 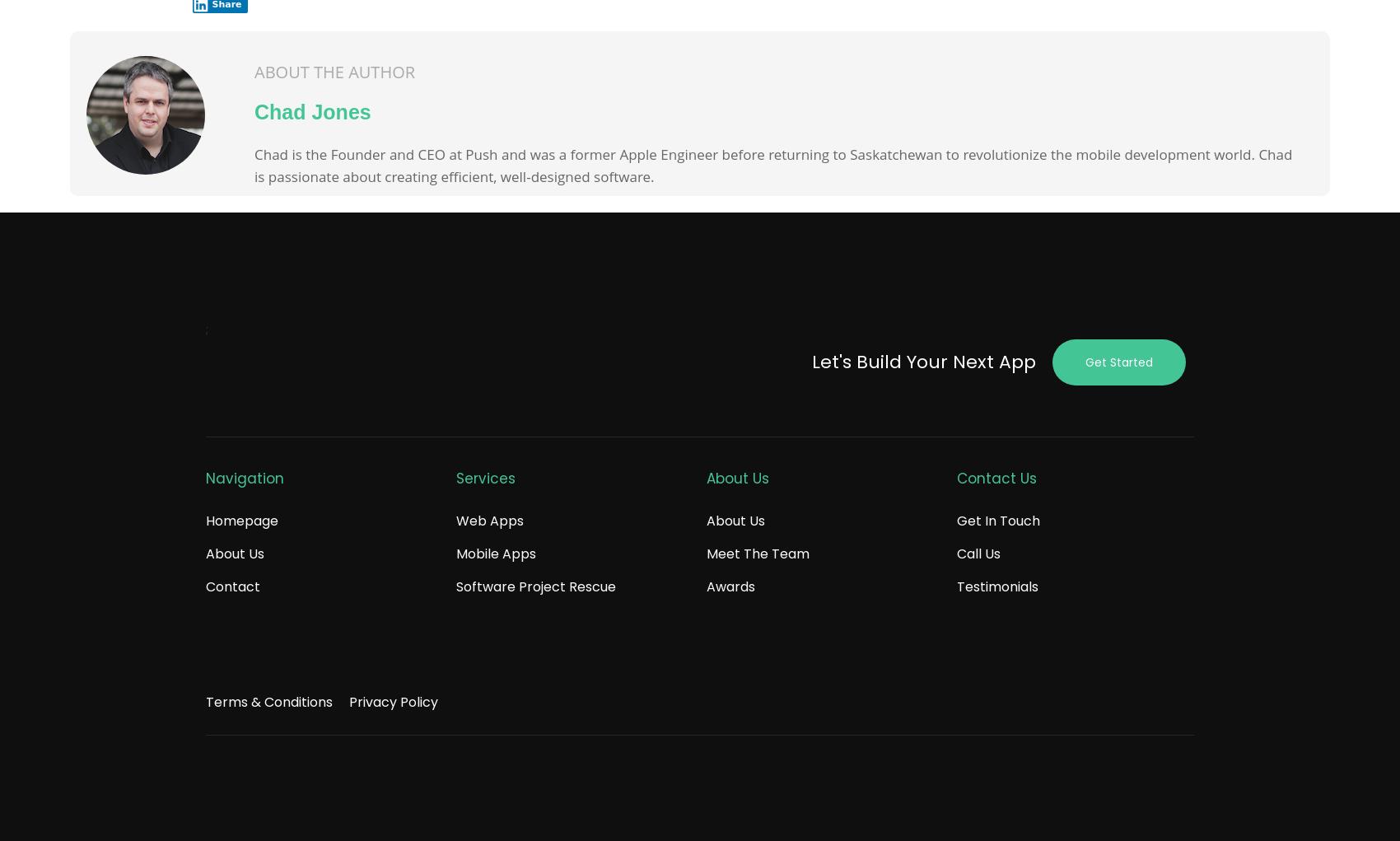 I want to click on 'Navigation', so click(x=245, y=477).